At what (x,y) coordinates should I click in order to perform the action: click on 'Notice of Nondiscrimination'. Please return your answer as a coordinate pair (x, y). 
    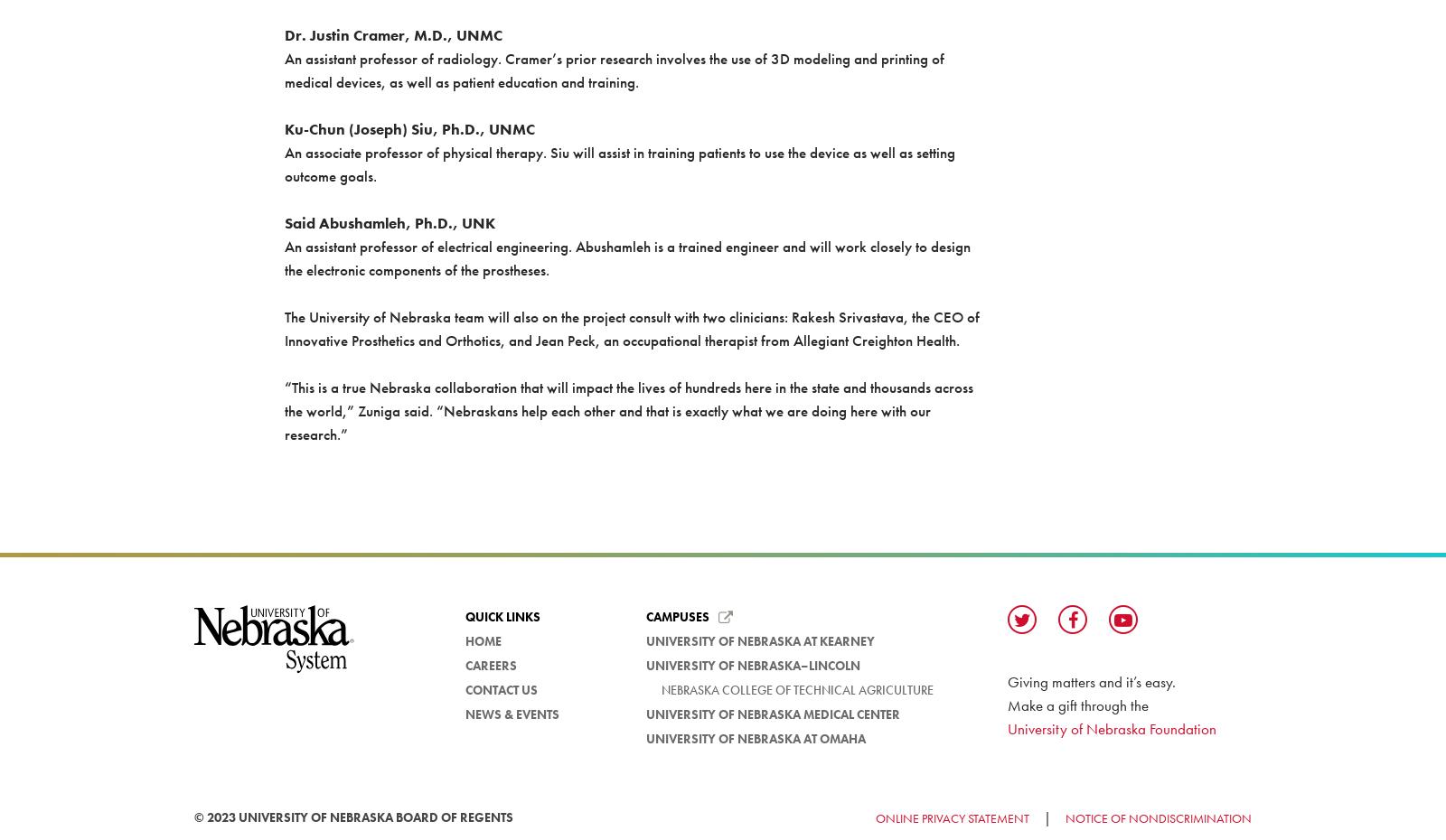
    Looking at the image, I should click on (1158, 818).